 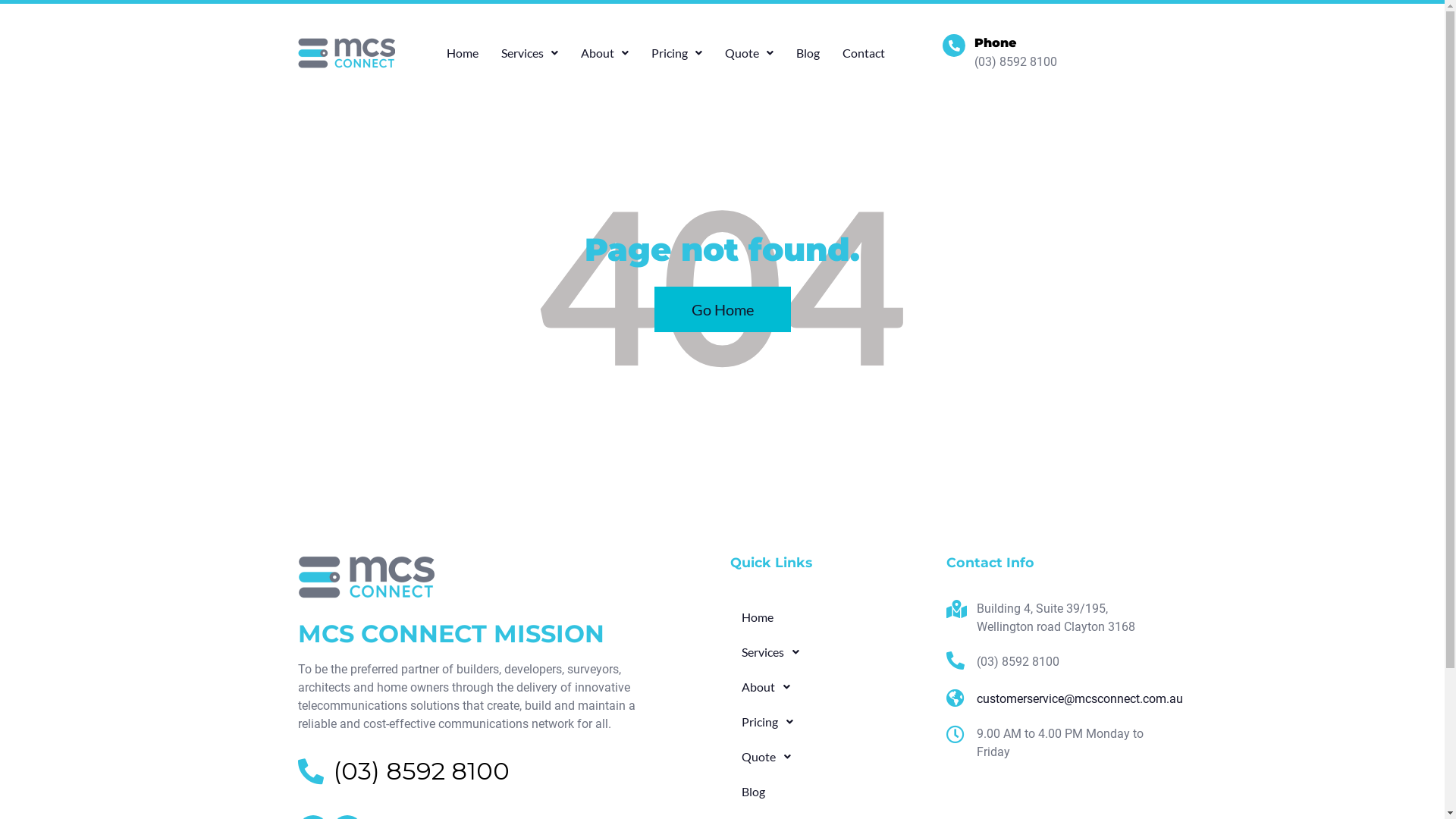 What do you see at coordinates (604, 52) in the screenshot?
I see `'About'` at bounding box center [604, 52].